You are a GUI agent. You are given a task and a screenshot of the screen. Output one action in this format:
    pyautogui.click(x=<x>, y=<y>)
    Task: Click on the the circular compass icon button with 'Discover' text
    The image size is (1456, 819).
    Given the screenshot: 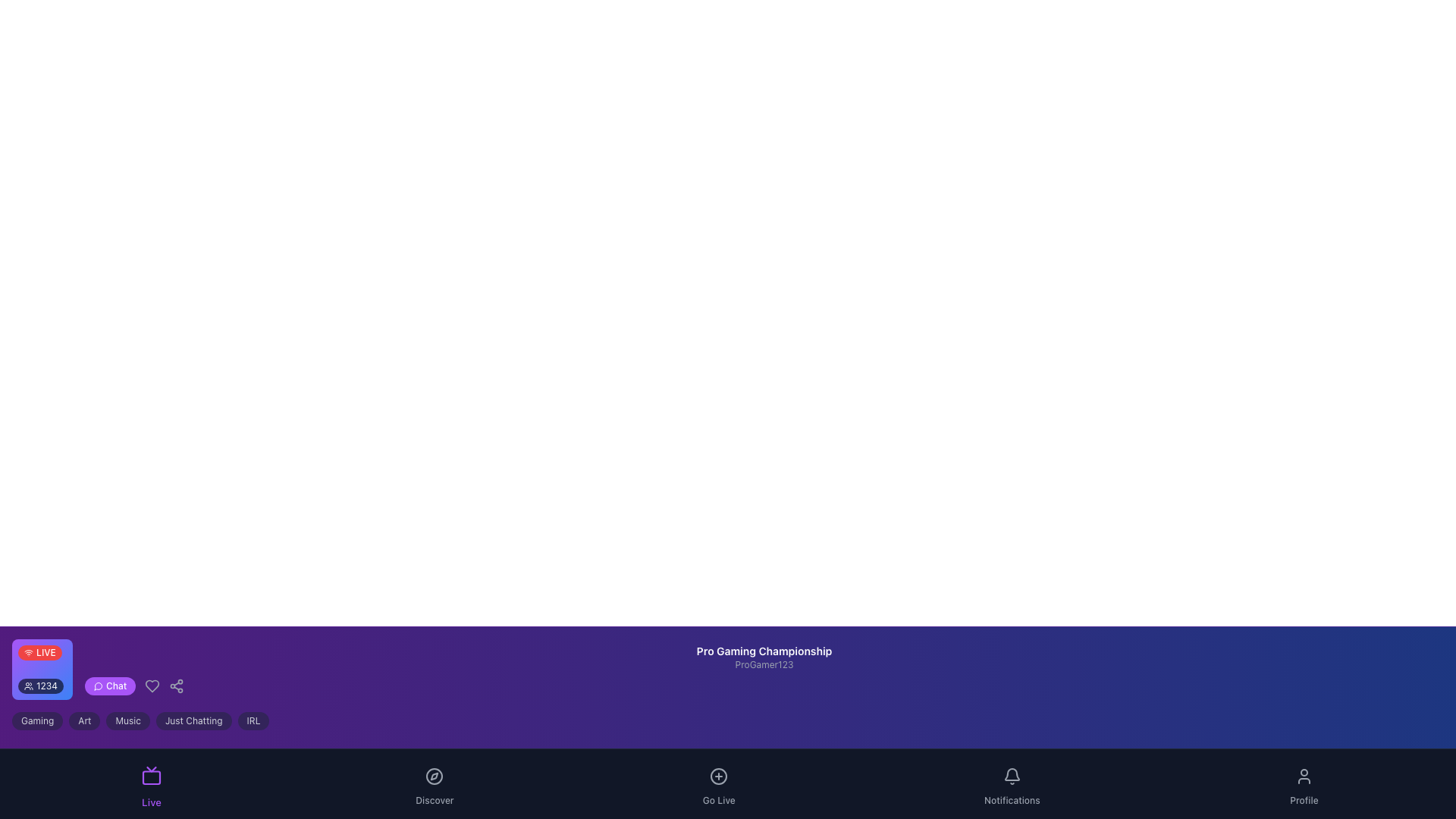 What is the action you would take?
    pyautogui.click(x=434, y=783)
    